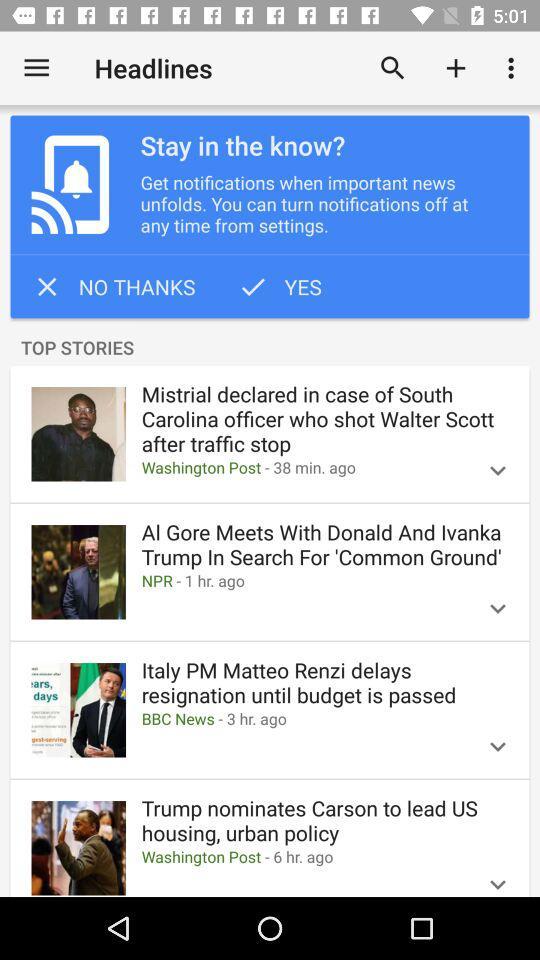 This screenshot has width=540, height=960. I want to click on al gore meets item, so click(325, 545).